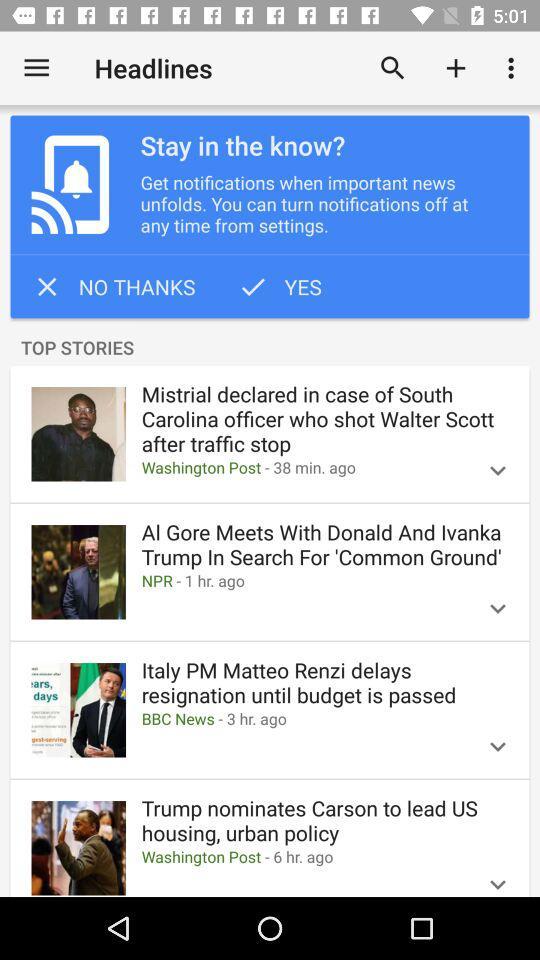 This screenshot has width=540, height=960. I want to click on al gore meets item, so click(325, 545).